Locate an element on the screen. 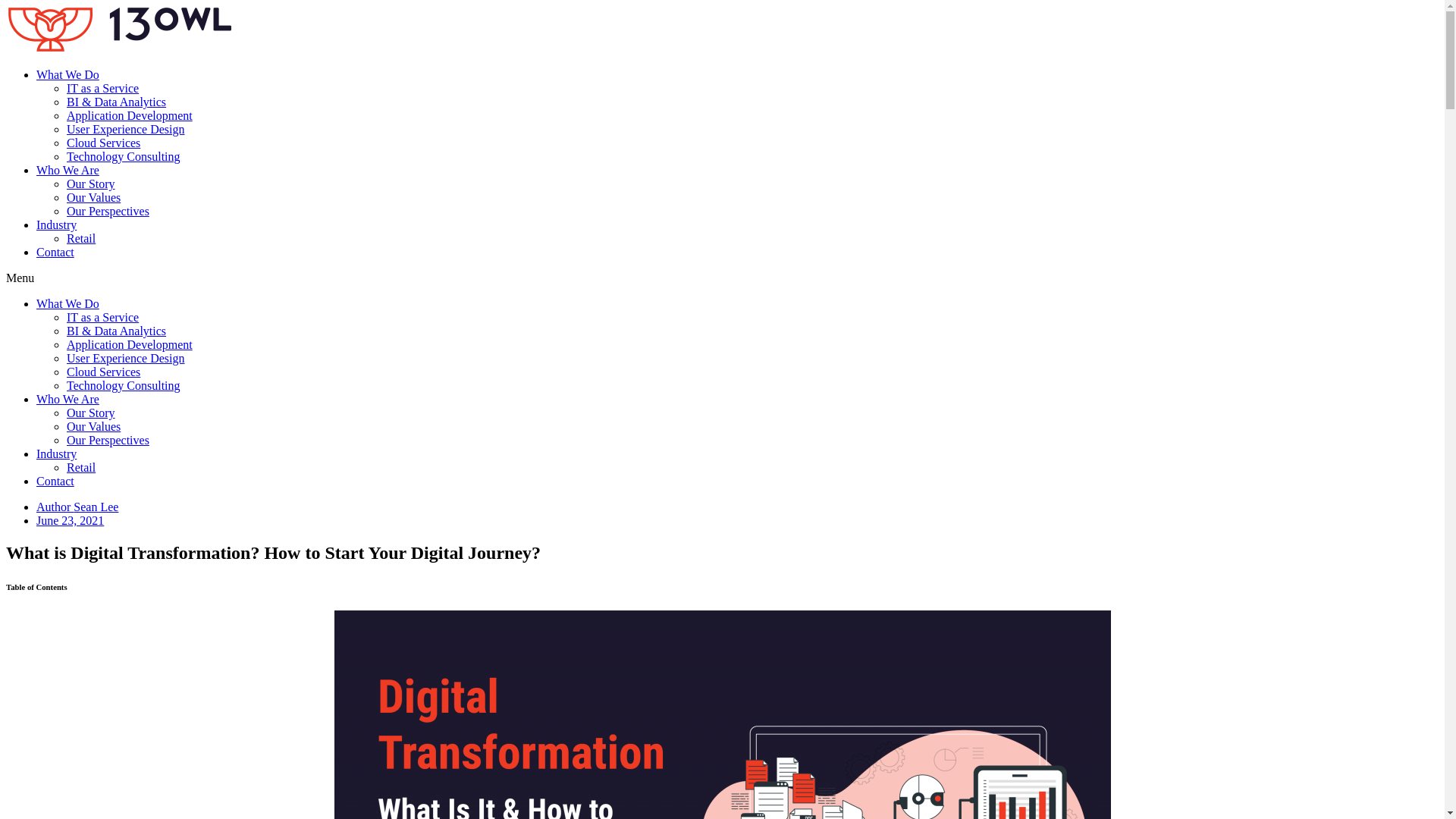 The image size is (1456, 819). 'Who We Are' is located at coordinates (67, 398).